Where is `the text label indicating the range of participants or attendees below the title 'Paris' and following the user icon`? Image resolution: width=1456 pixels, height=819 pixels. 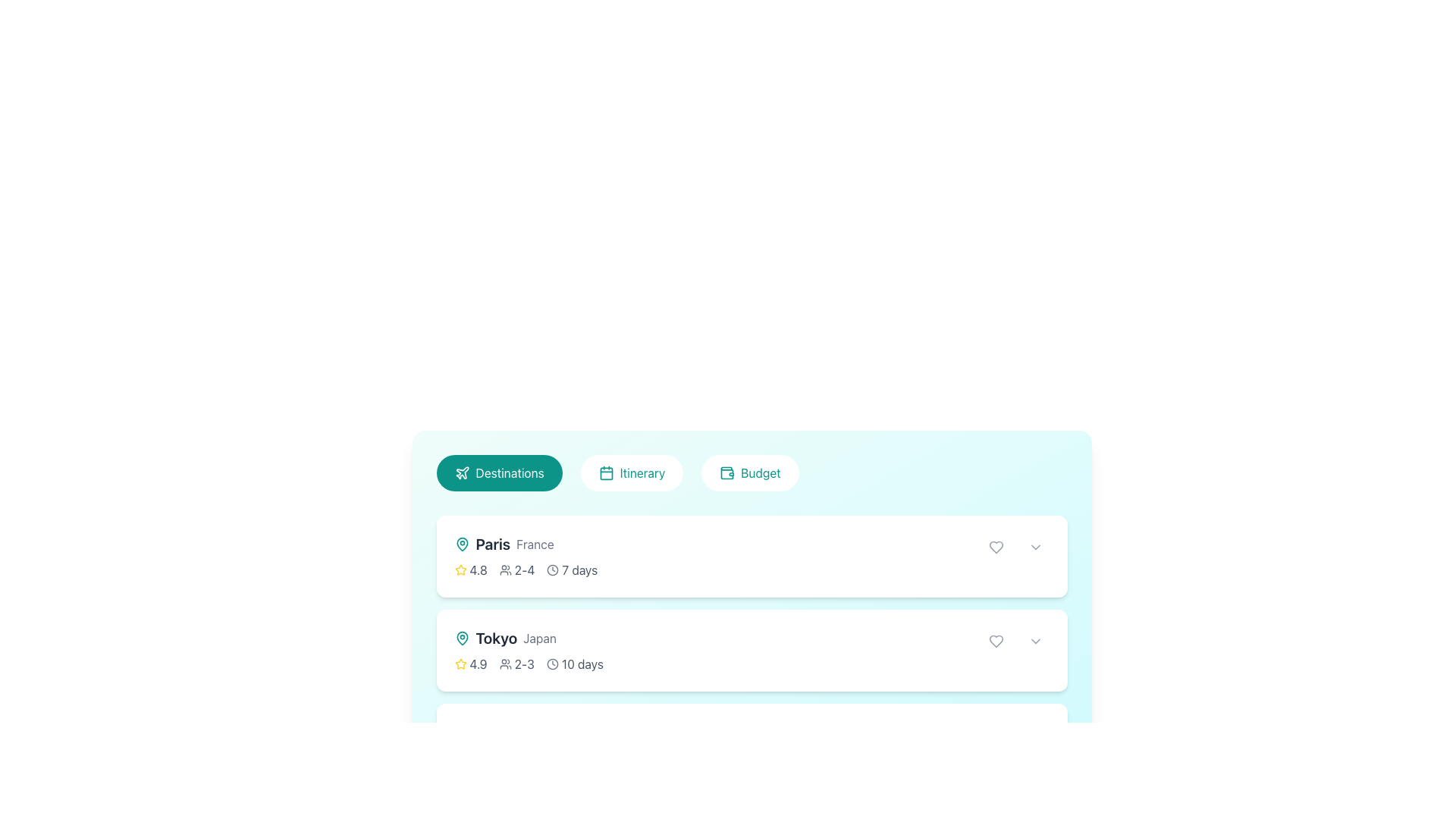
the text label indicating the range of participants or attendees below the title 'Paris' and following the user icon is located at coordinates (524, 570).